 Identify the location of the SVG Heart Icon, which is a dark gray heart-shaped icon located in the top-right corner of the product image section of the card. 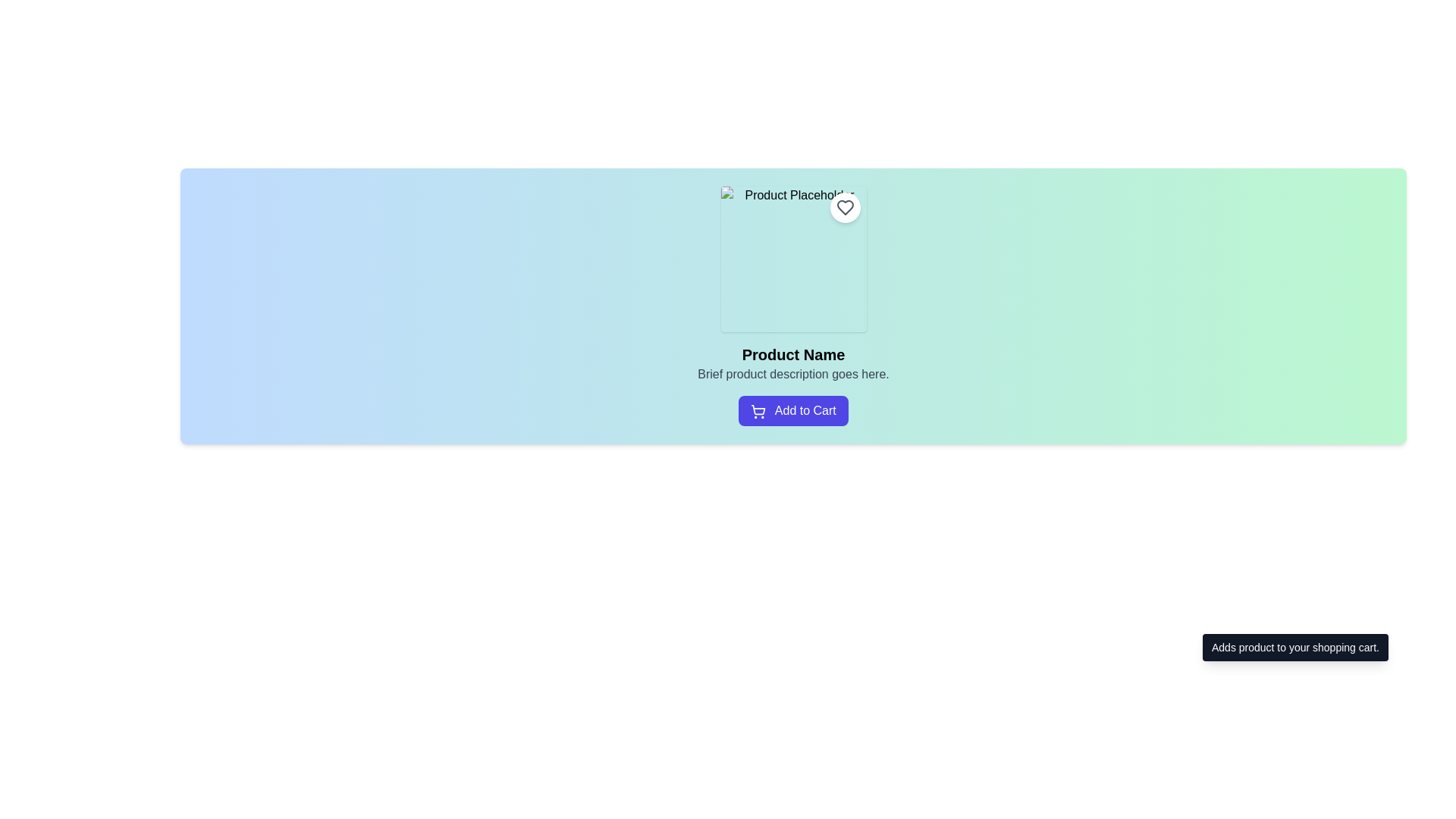
(844, 207).